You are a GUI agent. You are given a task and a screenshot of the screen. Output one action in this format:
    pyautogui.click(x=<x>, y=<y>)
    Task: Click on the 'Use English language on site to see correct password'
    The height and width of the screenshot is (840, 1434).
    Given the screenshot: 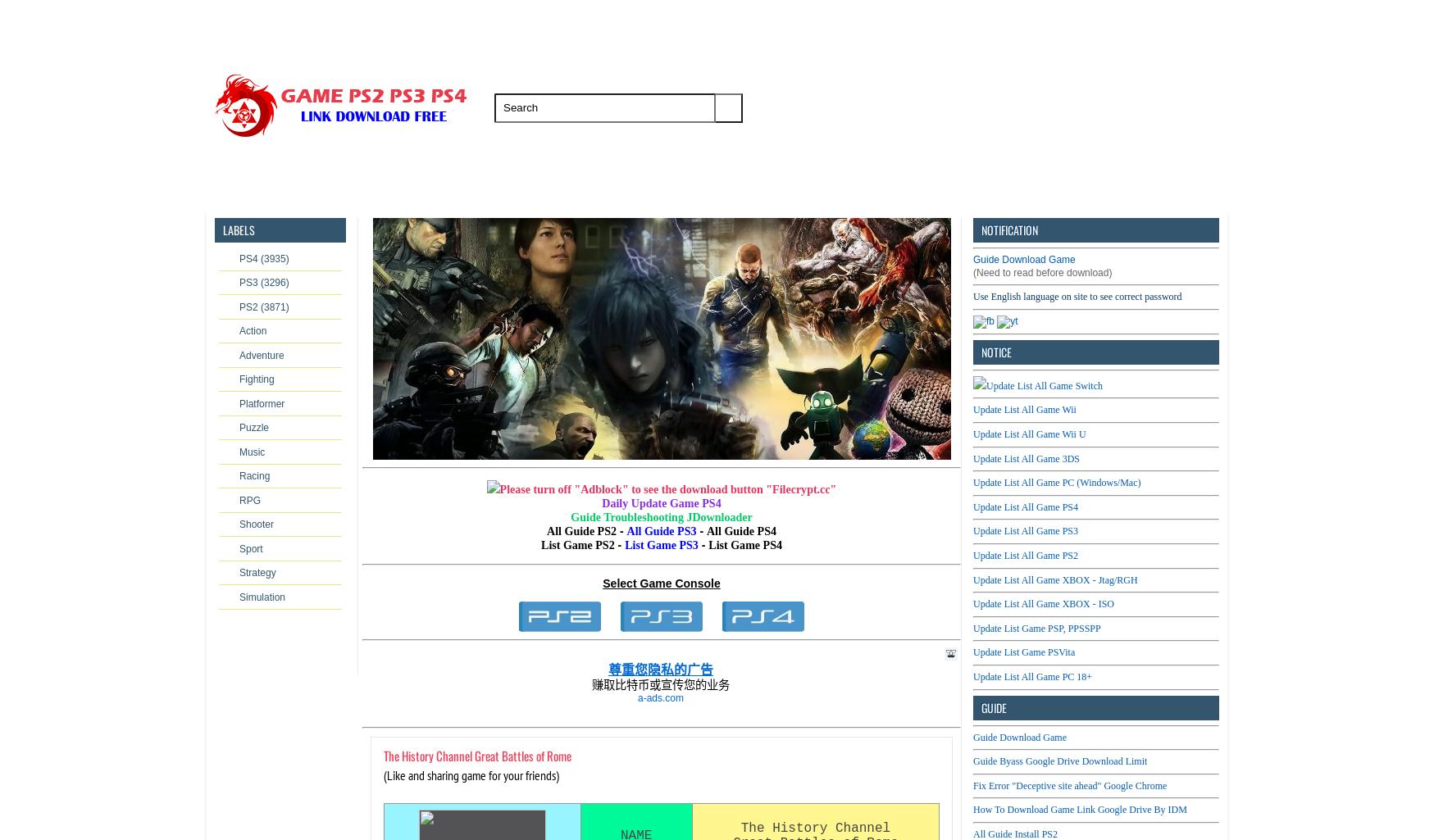 What is the action you would take?
    pyautogui.click(x=1077, y=296)
    